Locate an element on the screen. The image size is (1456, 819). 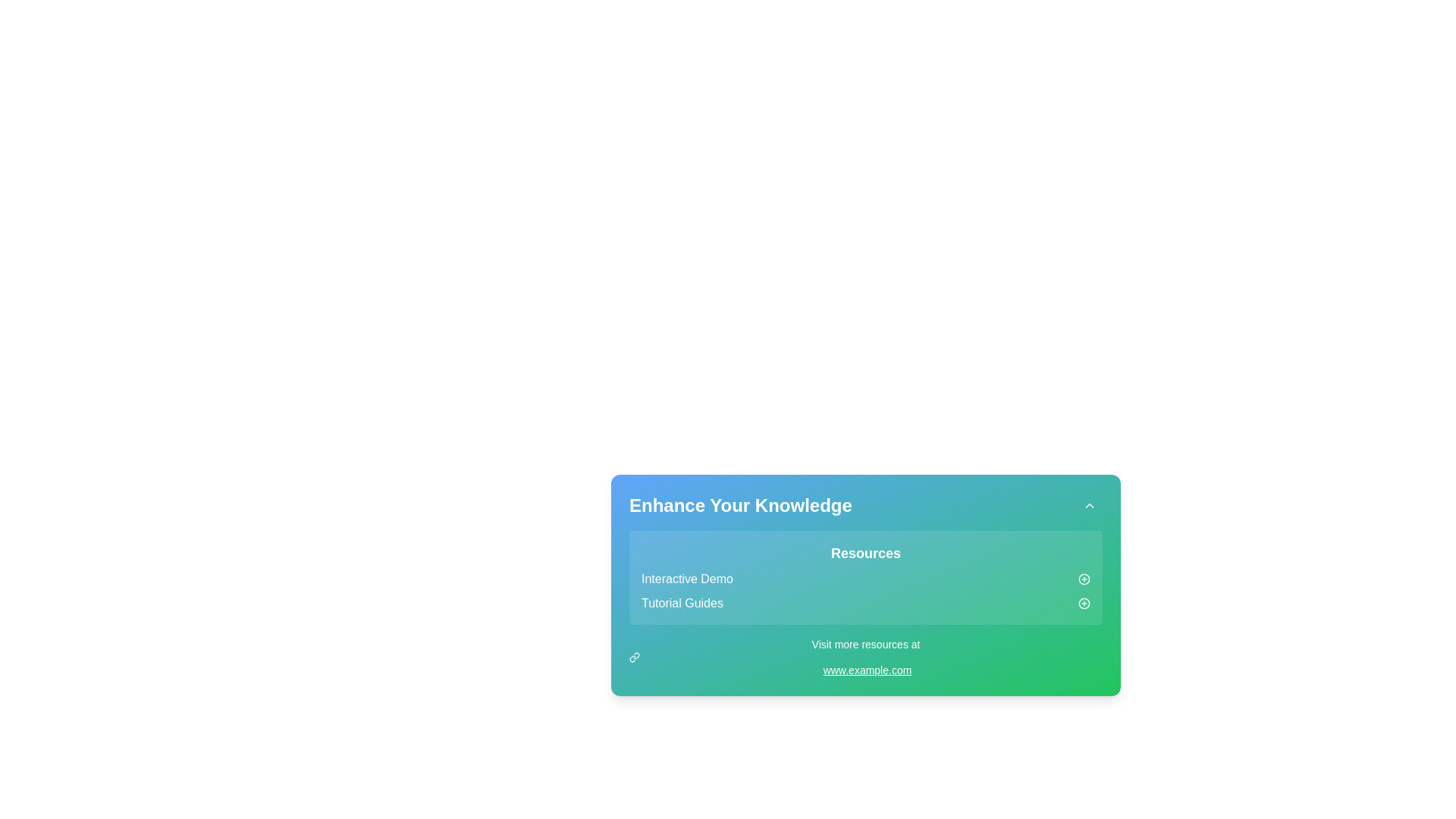
the chevron icon in the upper-right corner of the card component is located at coordinates (1088, 506).